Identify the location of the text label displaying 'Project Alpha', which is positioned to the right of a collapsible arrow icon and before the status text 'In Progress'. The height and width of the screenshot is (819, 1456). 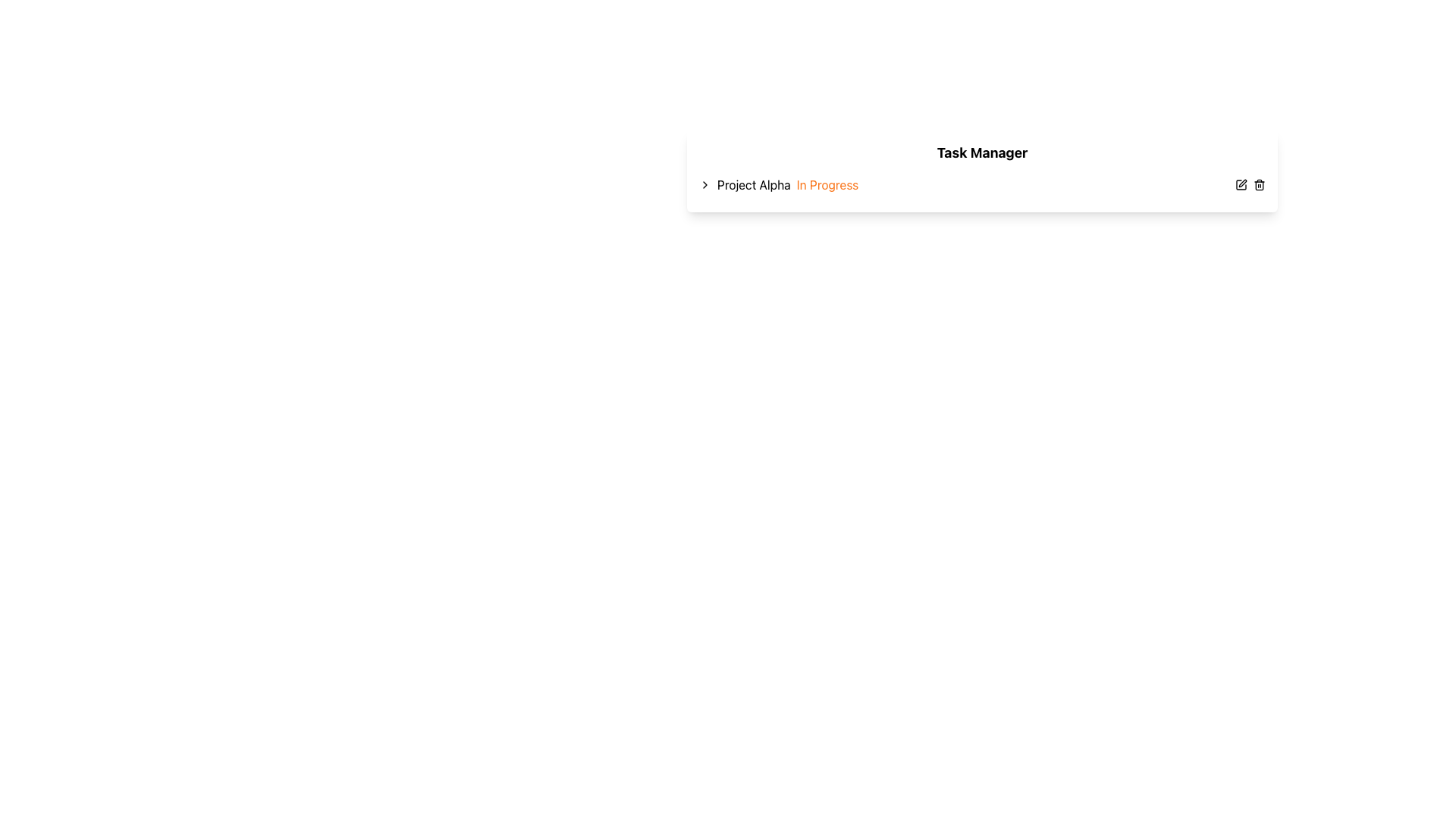
(754, 184).